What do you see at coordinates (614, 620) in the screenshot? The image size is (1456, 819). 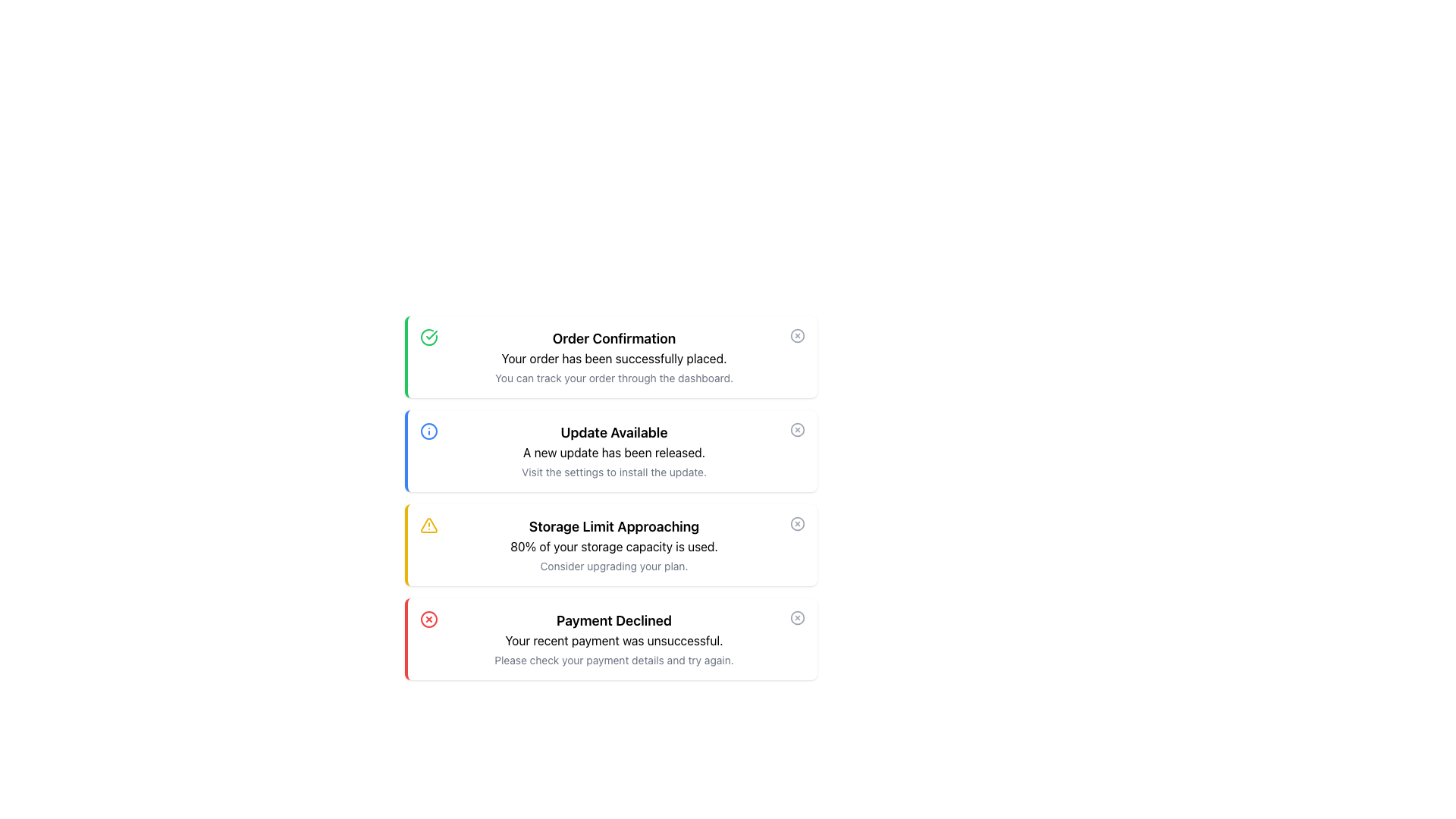 I see `the 'Payment Declined' static text element, which is a bold heading displayed prominently in a notification card about a declined payment` at bounding box center [614, 620].